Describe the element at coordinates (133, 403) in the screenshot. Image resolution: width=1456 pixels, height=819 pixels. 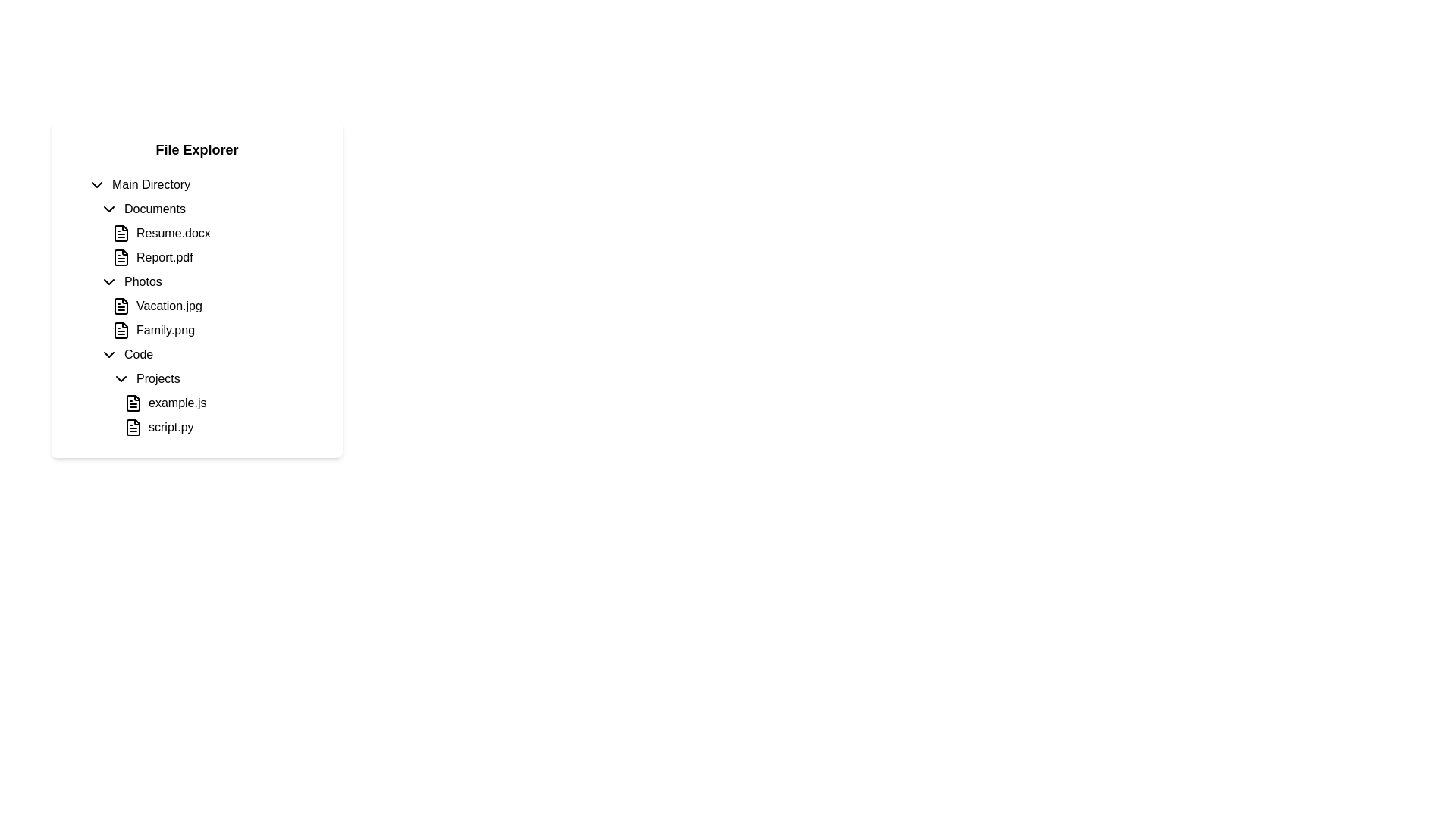
I see `the file icon styled as a rectangular document that represents a JavaScript file, positioned` at that location.